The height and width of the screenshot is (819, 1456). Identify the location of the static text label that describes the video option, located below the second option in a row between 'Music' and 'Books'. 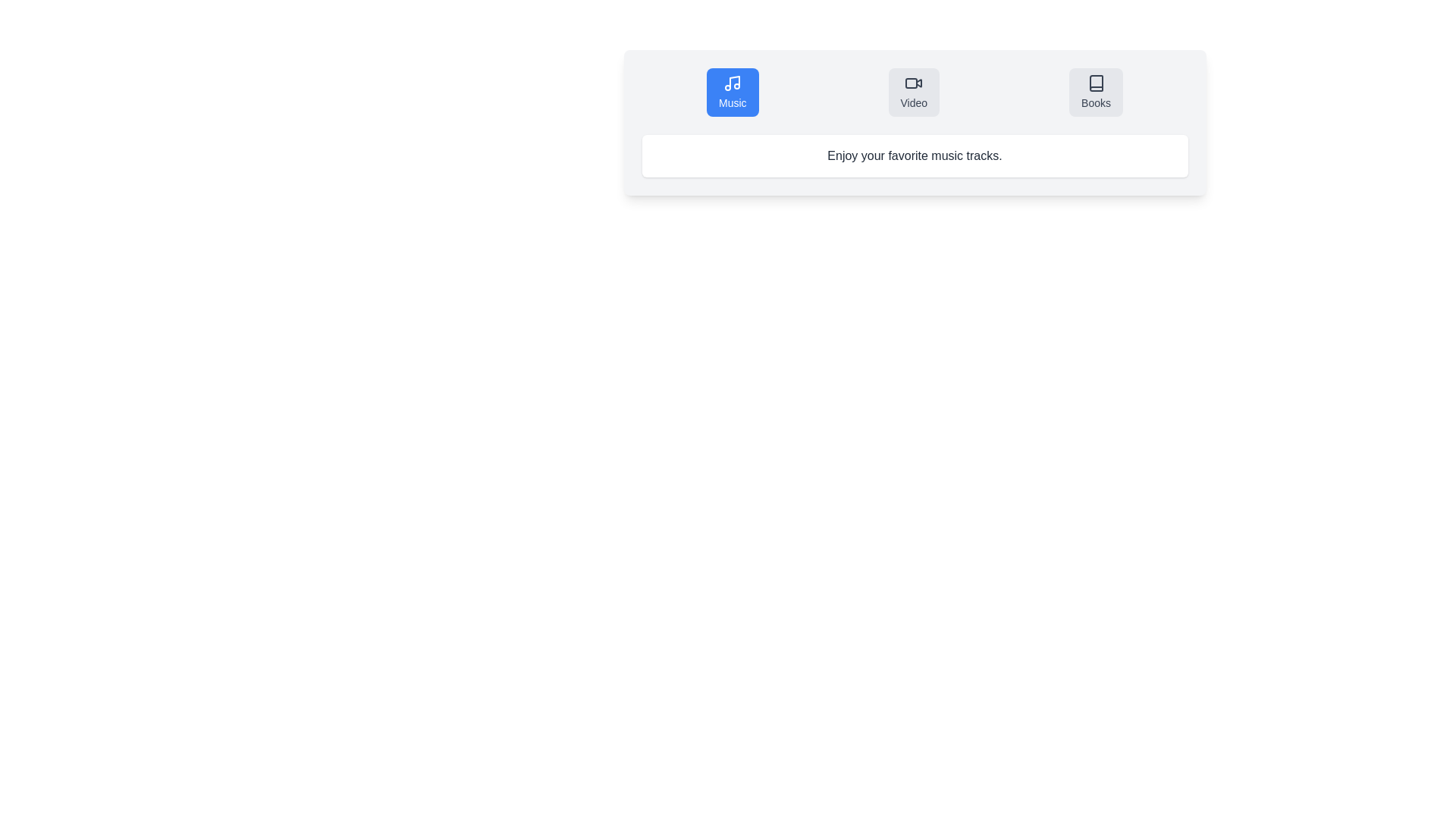
(913, 102).